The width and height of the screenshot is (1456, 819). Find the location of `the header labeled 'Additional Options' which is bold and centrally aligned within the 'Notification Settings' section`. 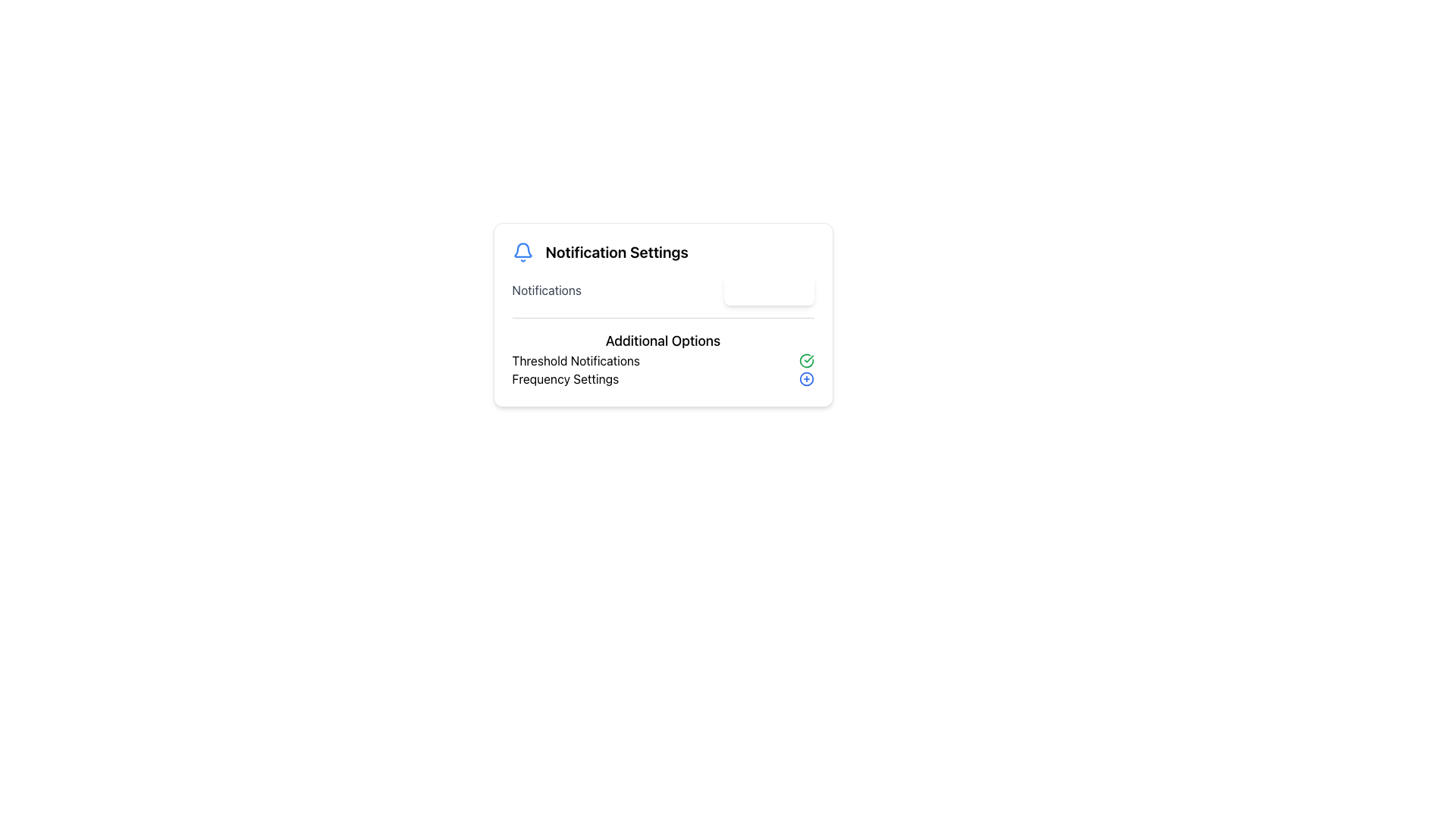

the header labeled 'Additional Options' which is bold and centrally aligned within the 'Notification Settings' section is located at coordinates (663, 341).